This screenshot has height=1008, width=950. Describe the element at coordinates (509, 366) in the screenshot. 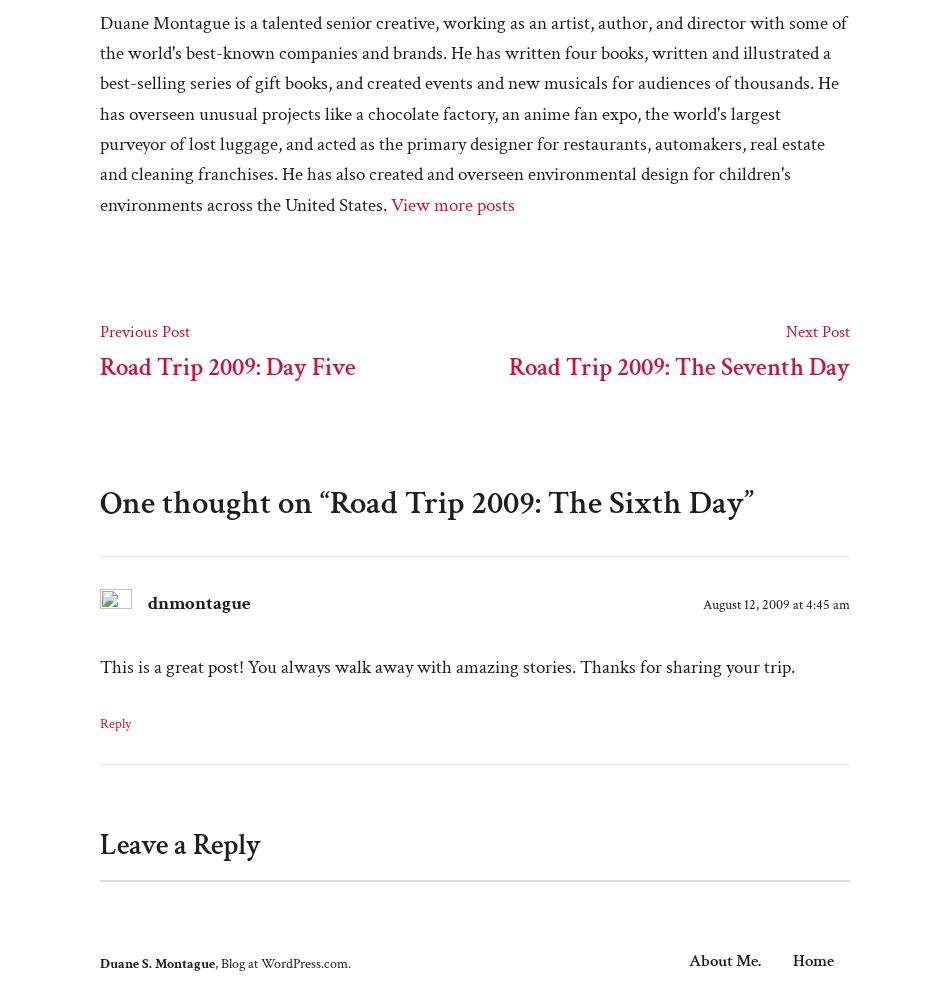

I see `'Road Trip 2009: The Seventh Day'` at that location.